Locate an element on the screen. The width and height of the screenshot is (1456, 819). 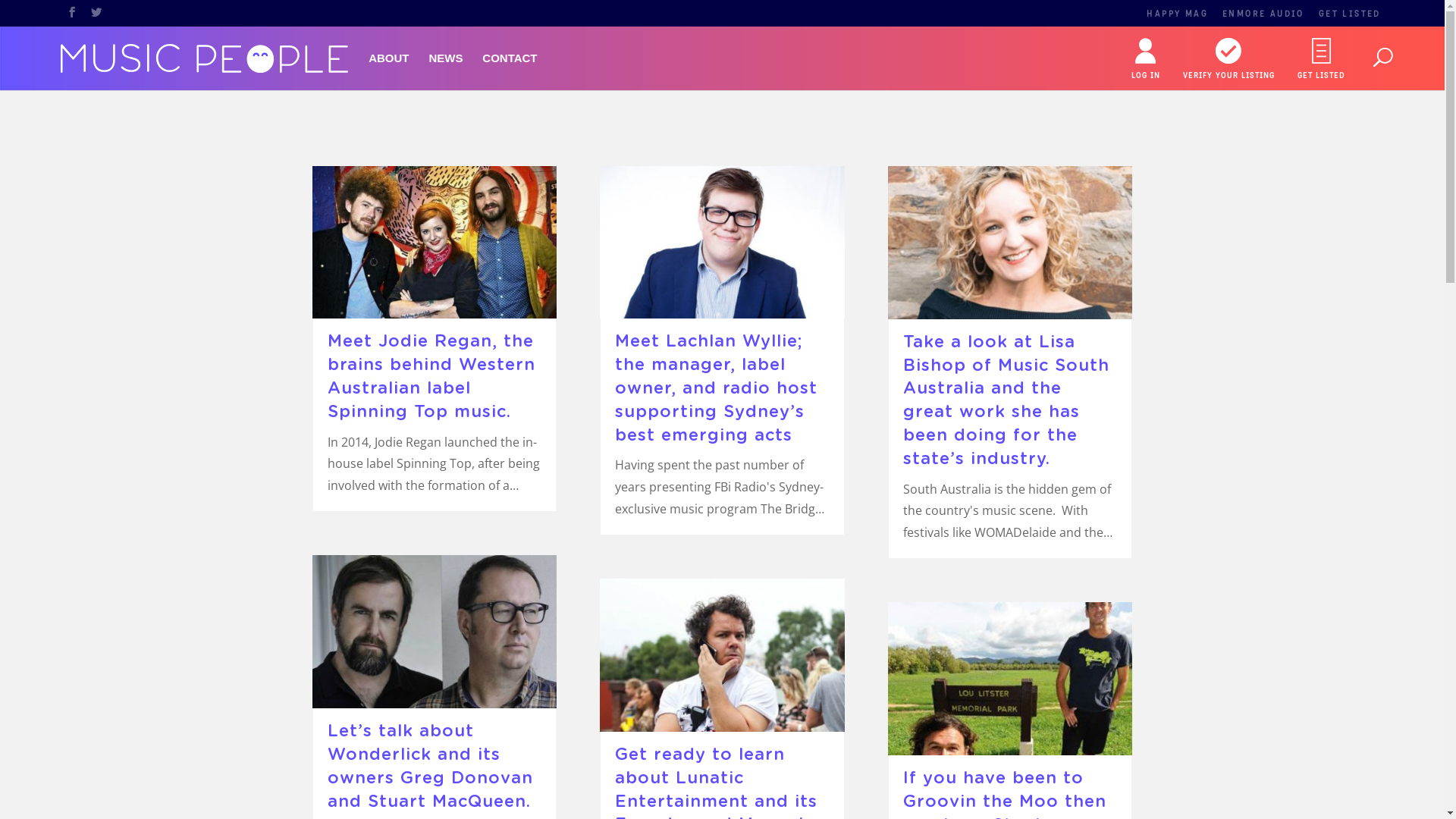
'ENMORE AUDIO' is located at coordinates (1263, 14).